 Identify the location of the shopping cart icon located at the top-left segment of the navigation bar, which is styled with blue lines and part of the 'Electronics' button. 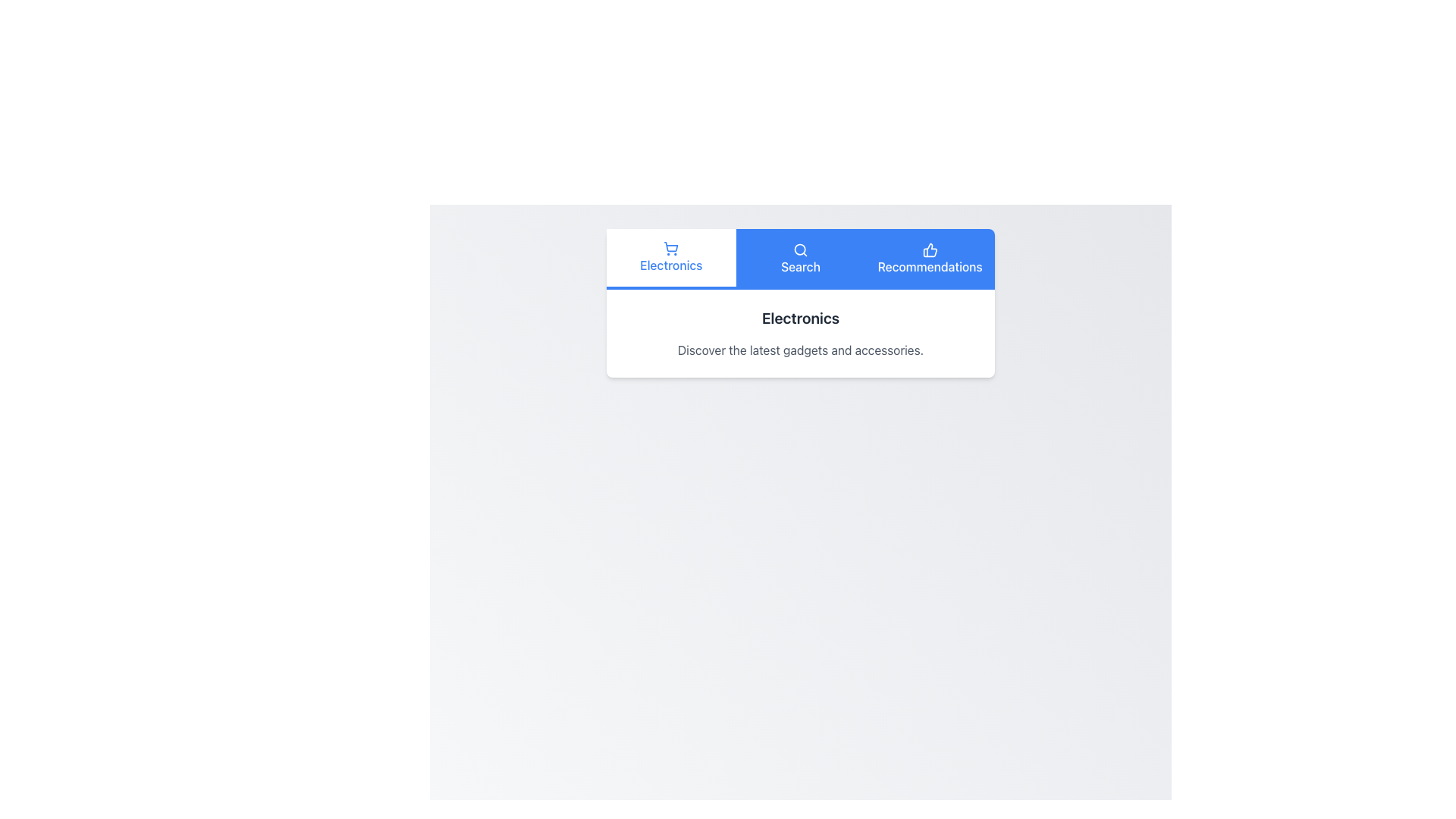
(670, 247).